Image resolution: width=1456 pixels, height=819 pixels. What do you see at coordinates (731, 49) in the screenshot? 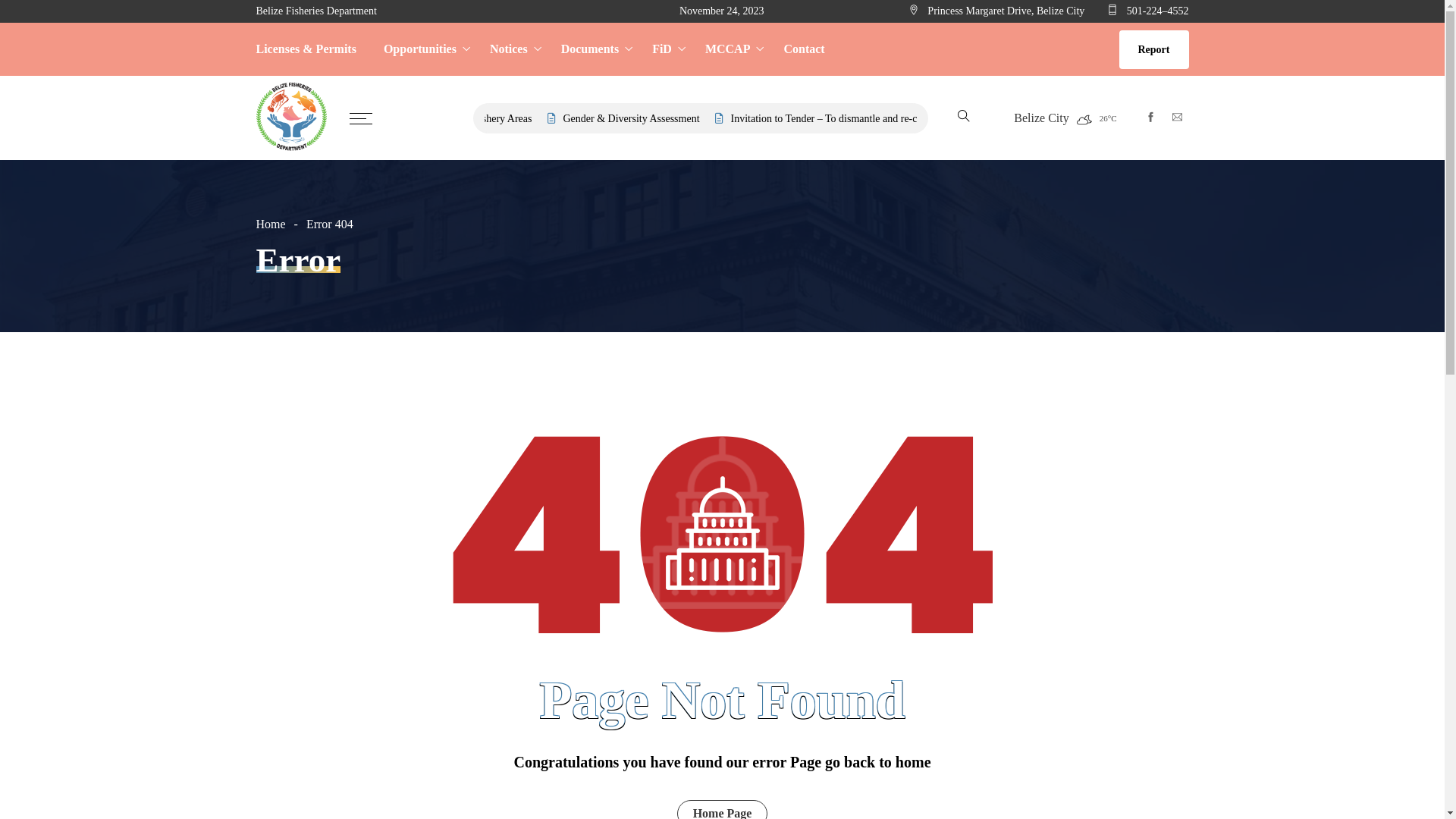
I see `'MCCAP'` at bounding box center [731, 49].